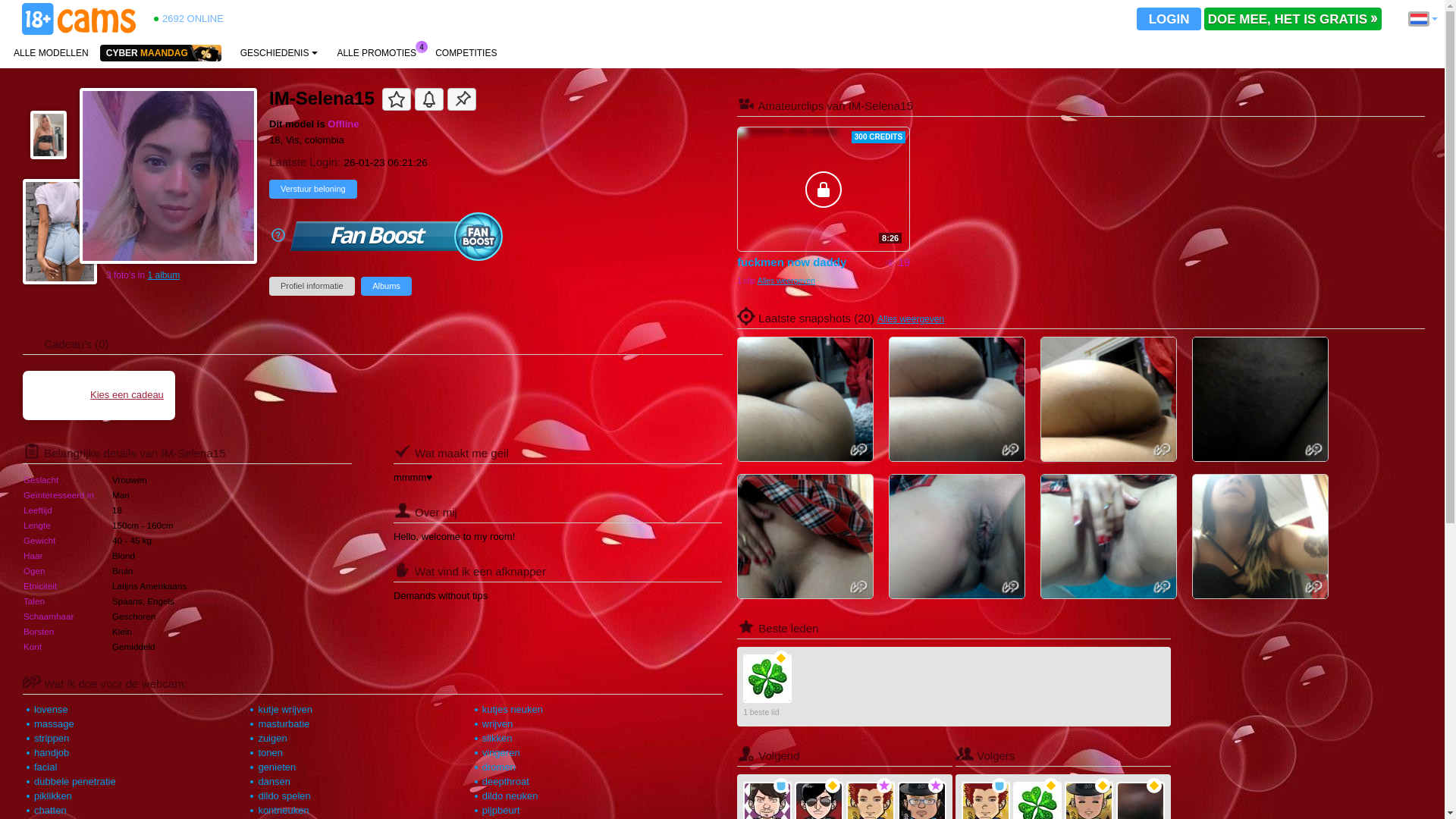  What do you see at coordinates (510, 795) in the screenshot?
I see `'dildo neuken'` at bounding box center [510, 795].